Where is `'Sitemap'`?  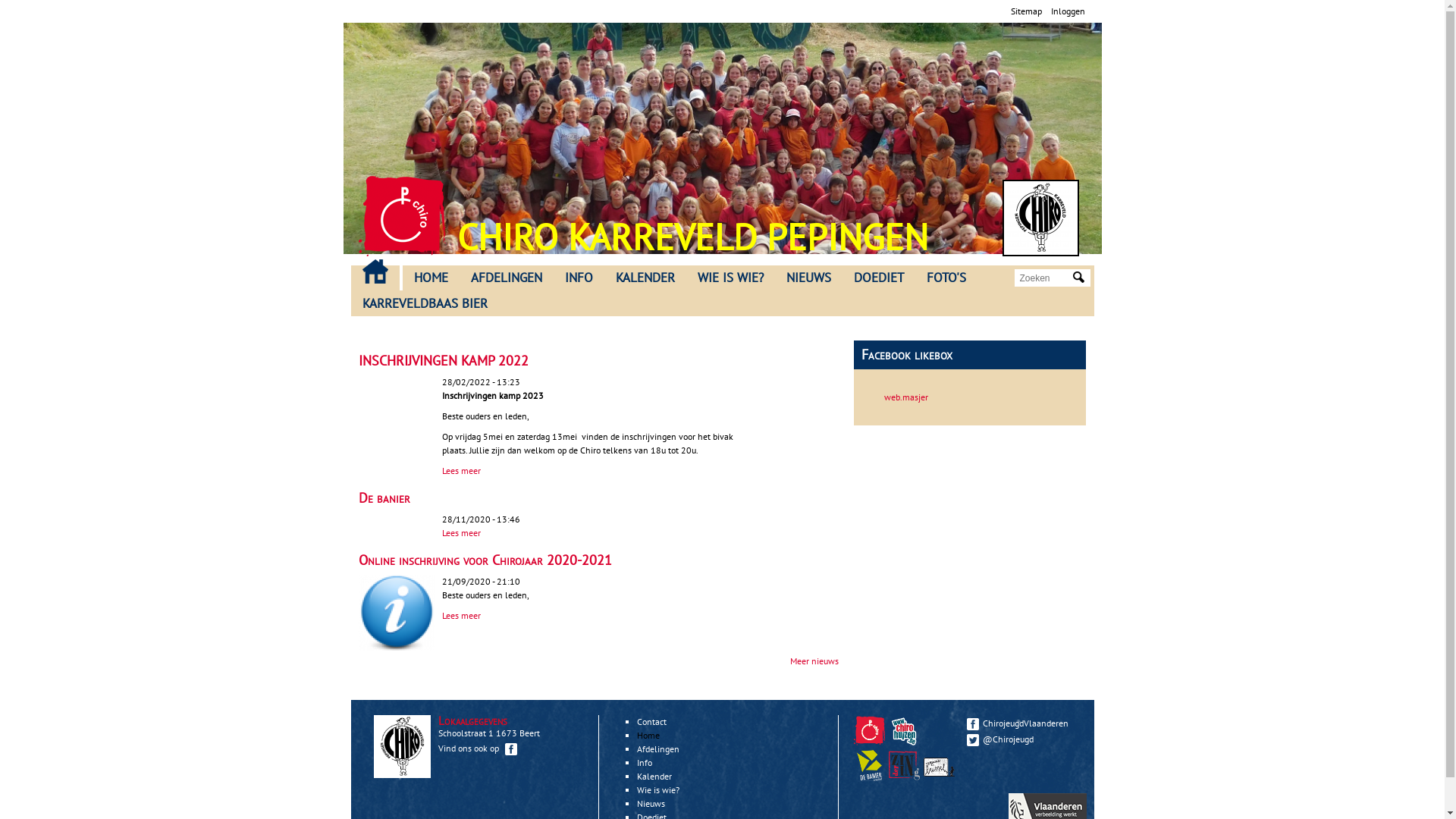
'Sitemap' is located at coordinates (1009, 11).